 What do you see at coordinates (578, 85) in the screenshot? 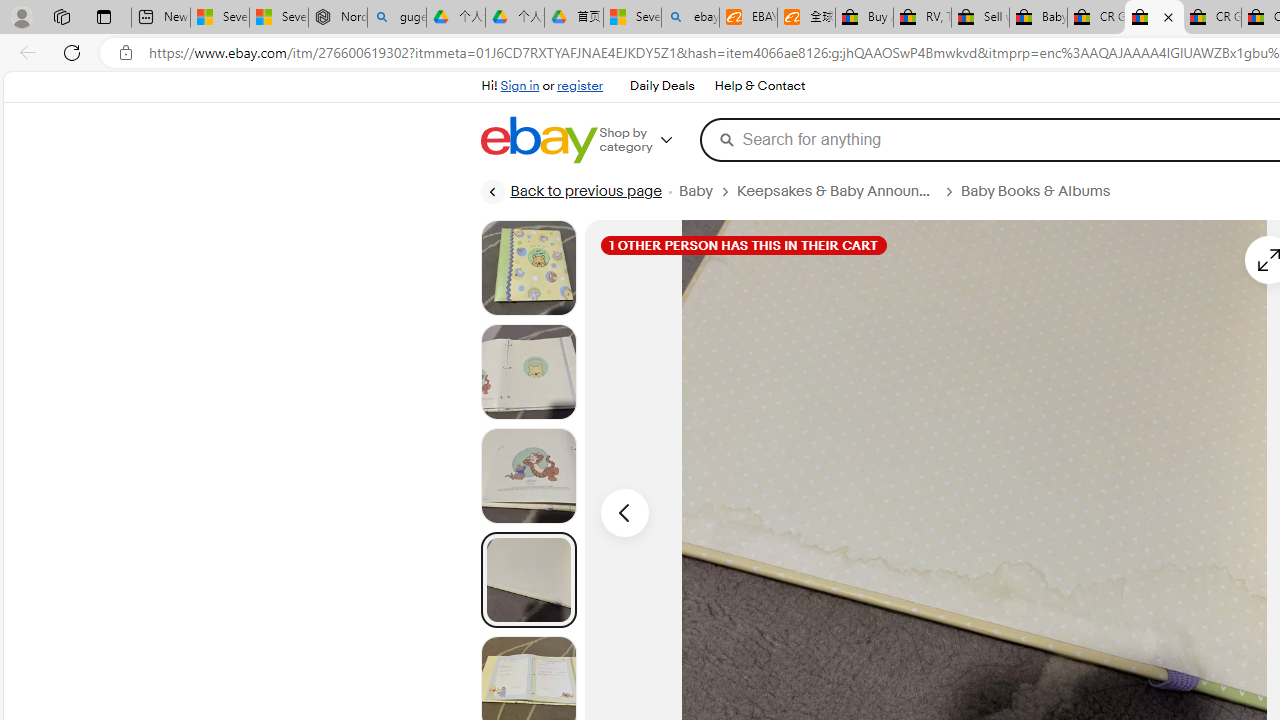
I see `'register'` at bounding box center [578, 85].